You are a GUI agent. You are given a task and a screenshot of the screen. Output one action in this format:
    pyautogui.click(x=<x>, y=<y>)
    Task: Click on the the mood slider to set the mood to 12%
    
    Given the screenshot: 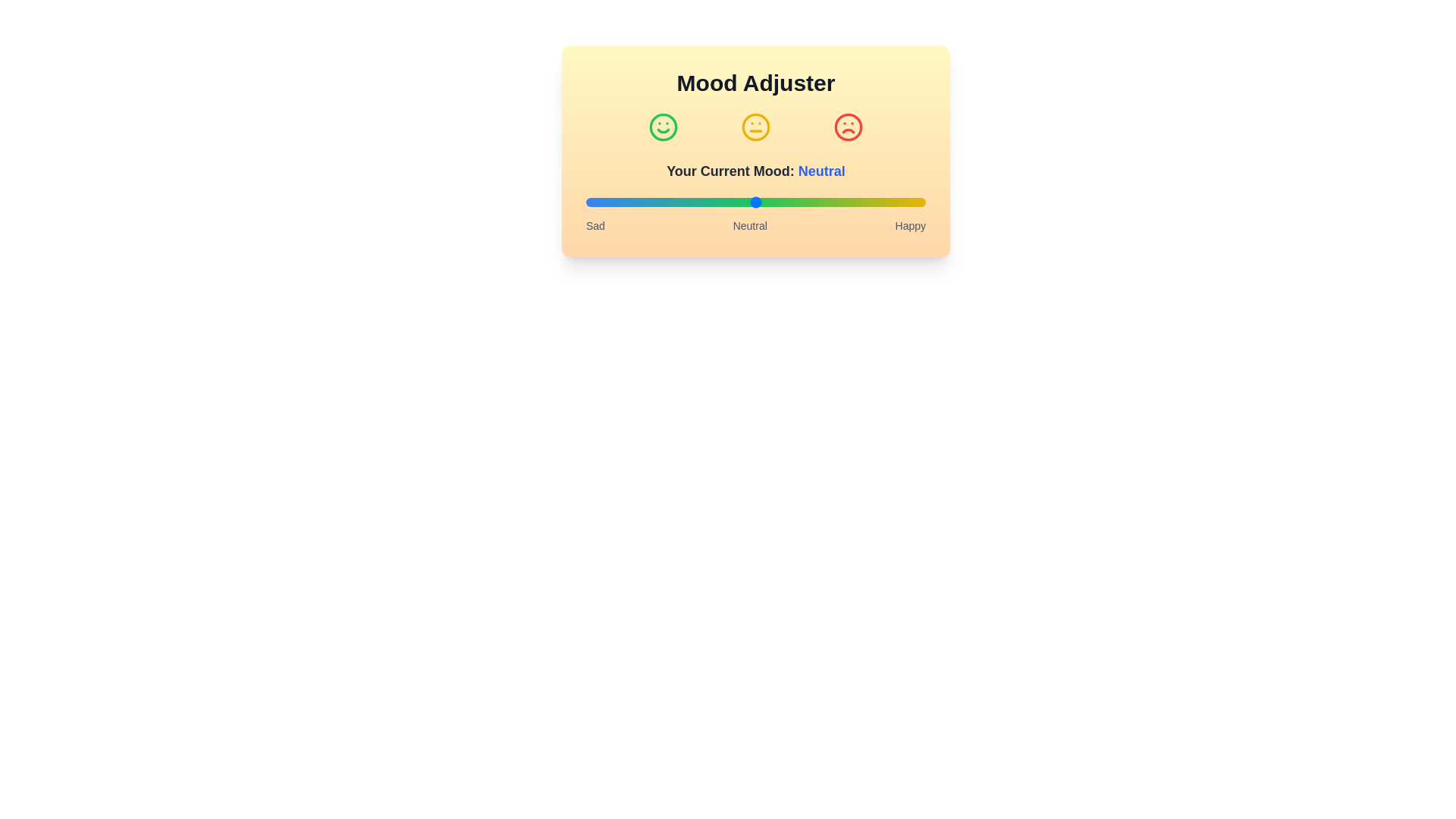 What is the action you would take?
    pyautogui.click(x=626, y=201)
    